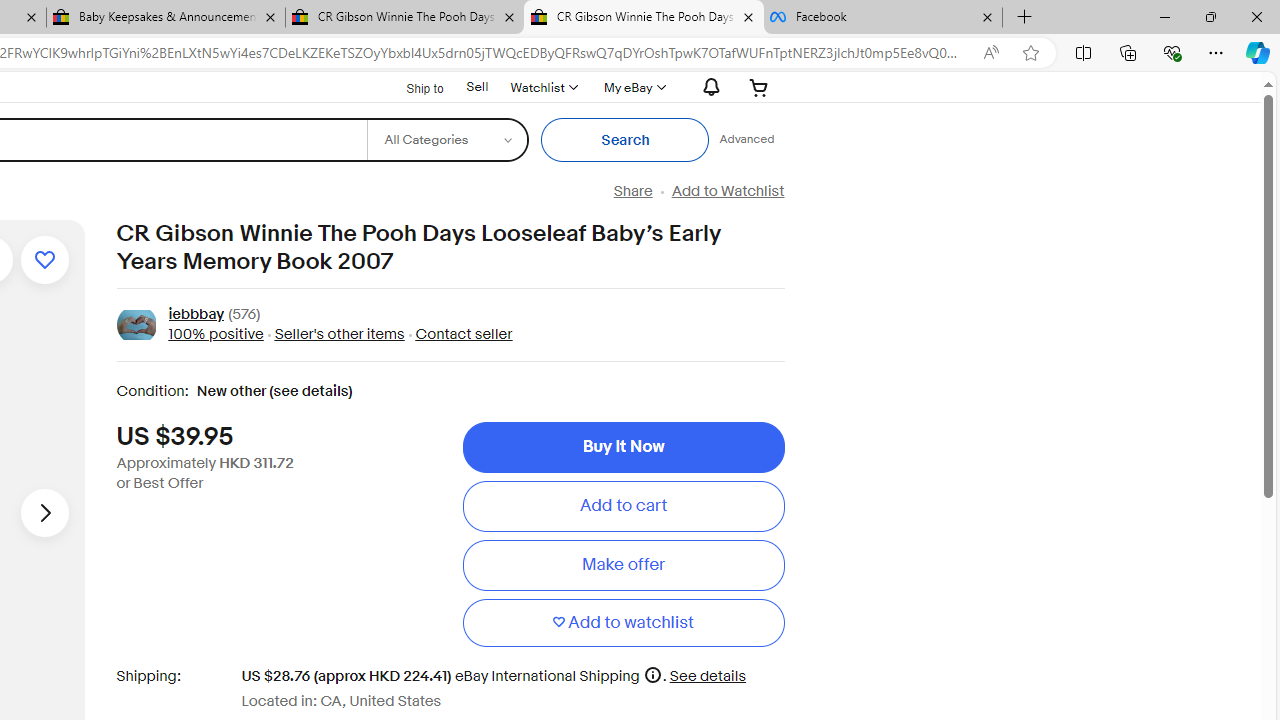  I want to click on 'My eBayExpand My eBay', so click(631, 86).